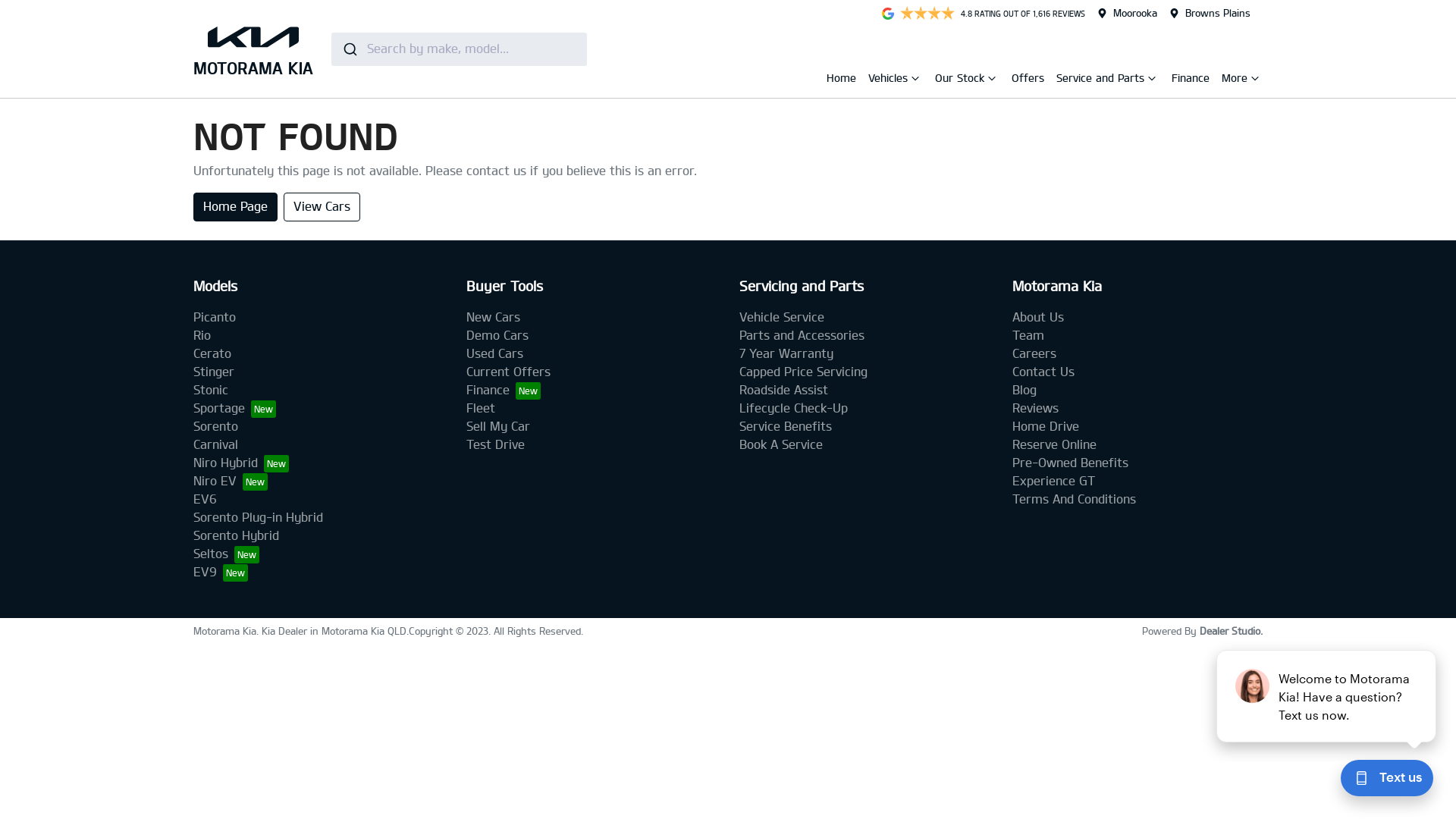 The height and width of the screenshot is (819, 1456). Describe the element at coordinates (234, 207) in the screenshot. I see `'Home Page'` at that location.